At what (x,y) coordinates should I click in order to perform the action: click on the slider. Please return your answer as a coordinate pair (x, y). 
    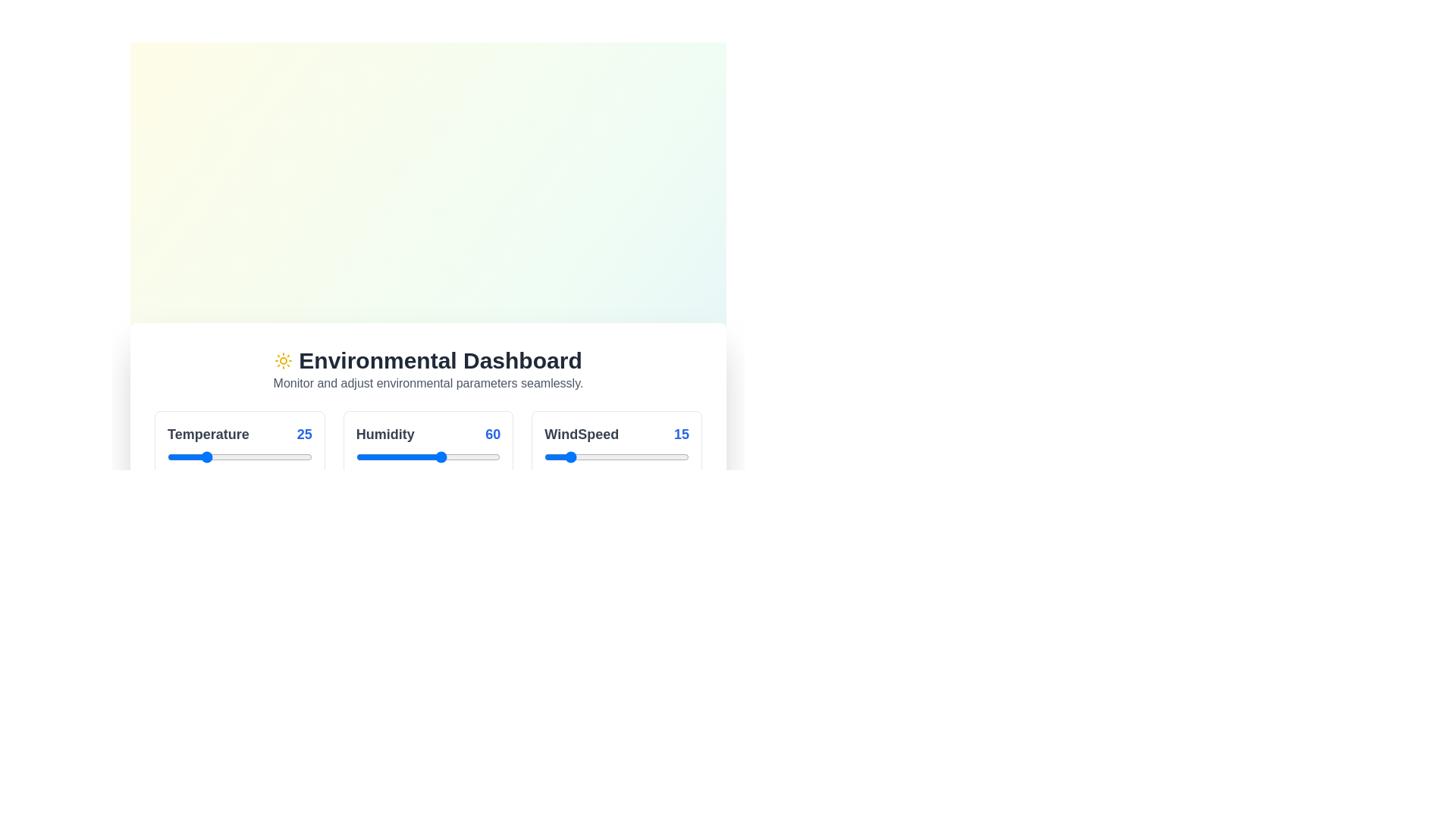
    Looking at the image, I should click on (173, 456).